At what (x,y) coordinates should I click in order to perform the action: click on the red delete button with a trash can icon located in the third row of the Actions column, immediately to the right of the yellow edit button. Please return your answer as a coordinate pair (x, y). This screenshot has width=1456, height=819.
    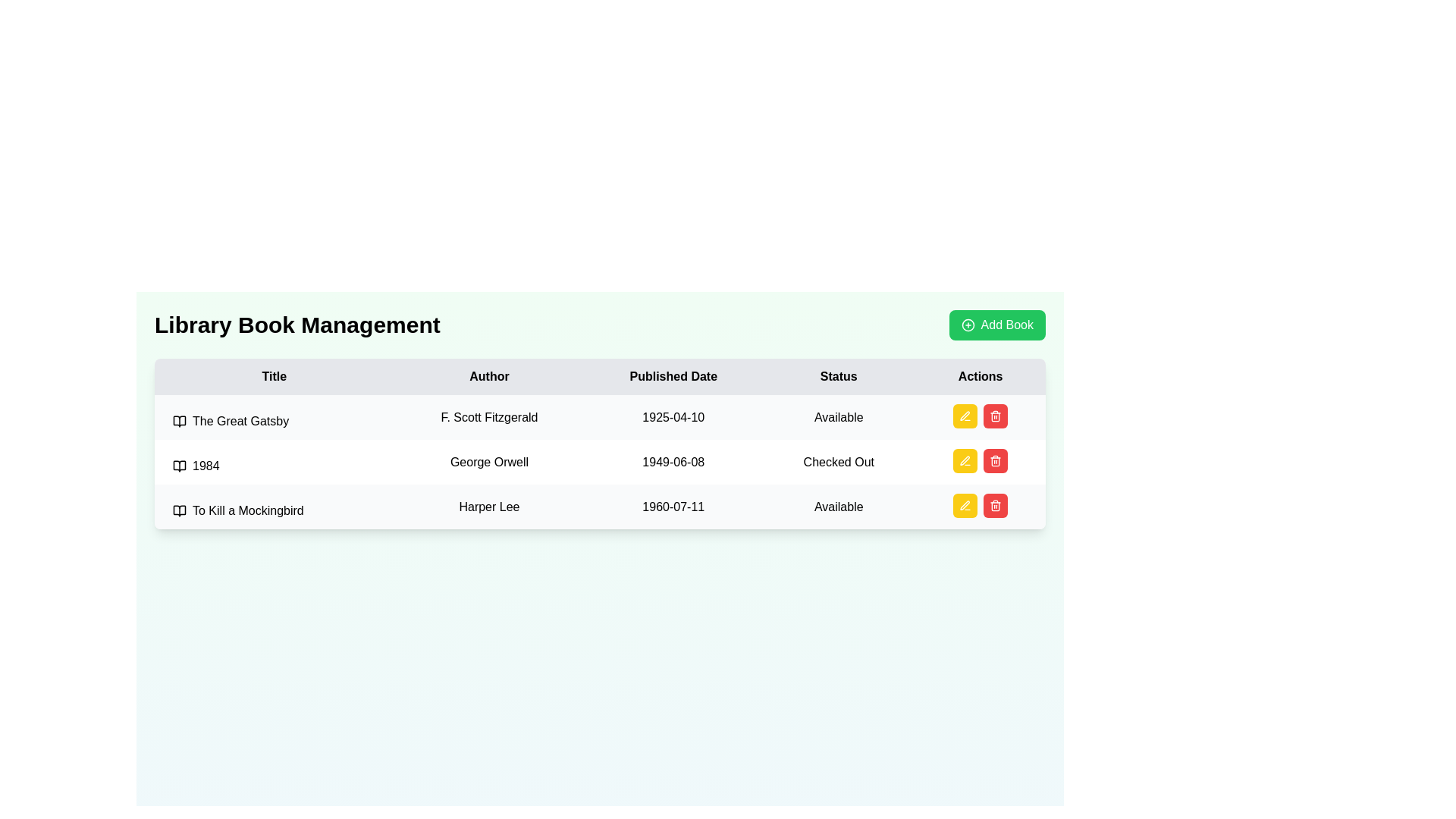
    Looking at the image, I should click on (996, 416).